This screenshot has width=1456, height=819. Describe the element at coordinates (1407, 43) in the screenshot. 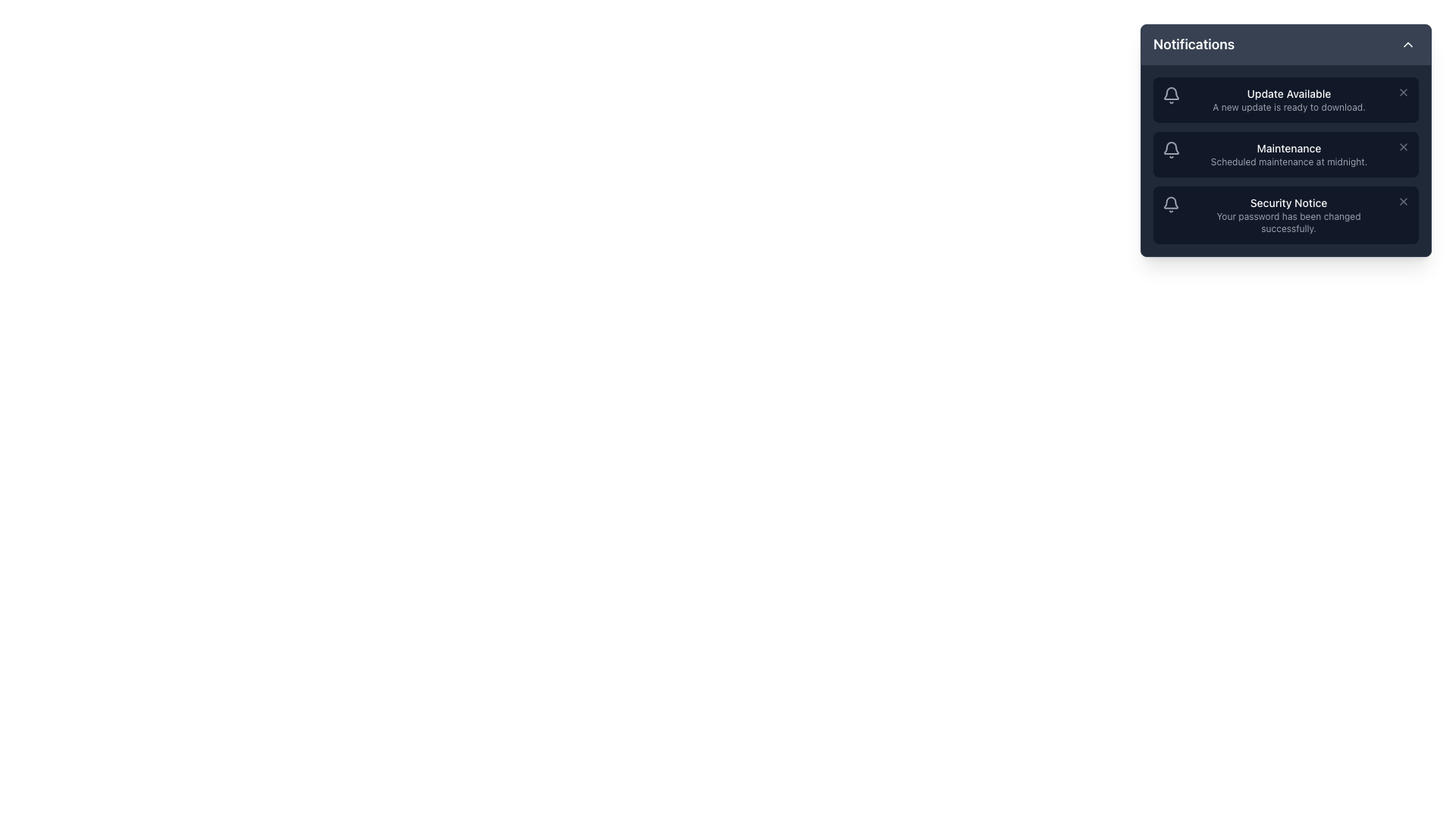

I see `the small circular button with an upward chevron icon located at the top-right corner of the 'Notifications' section header to visualize the hover effect` at that location.